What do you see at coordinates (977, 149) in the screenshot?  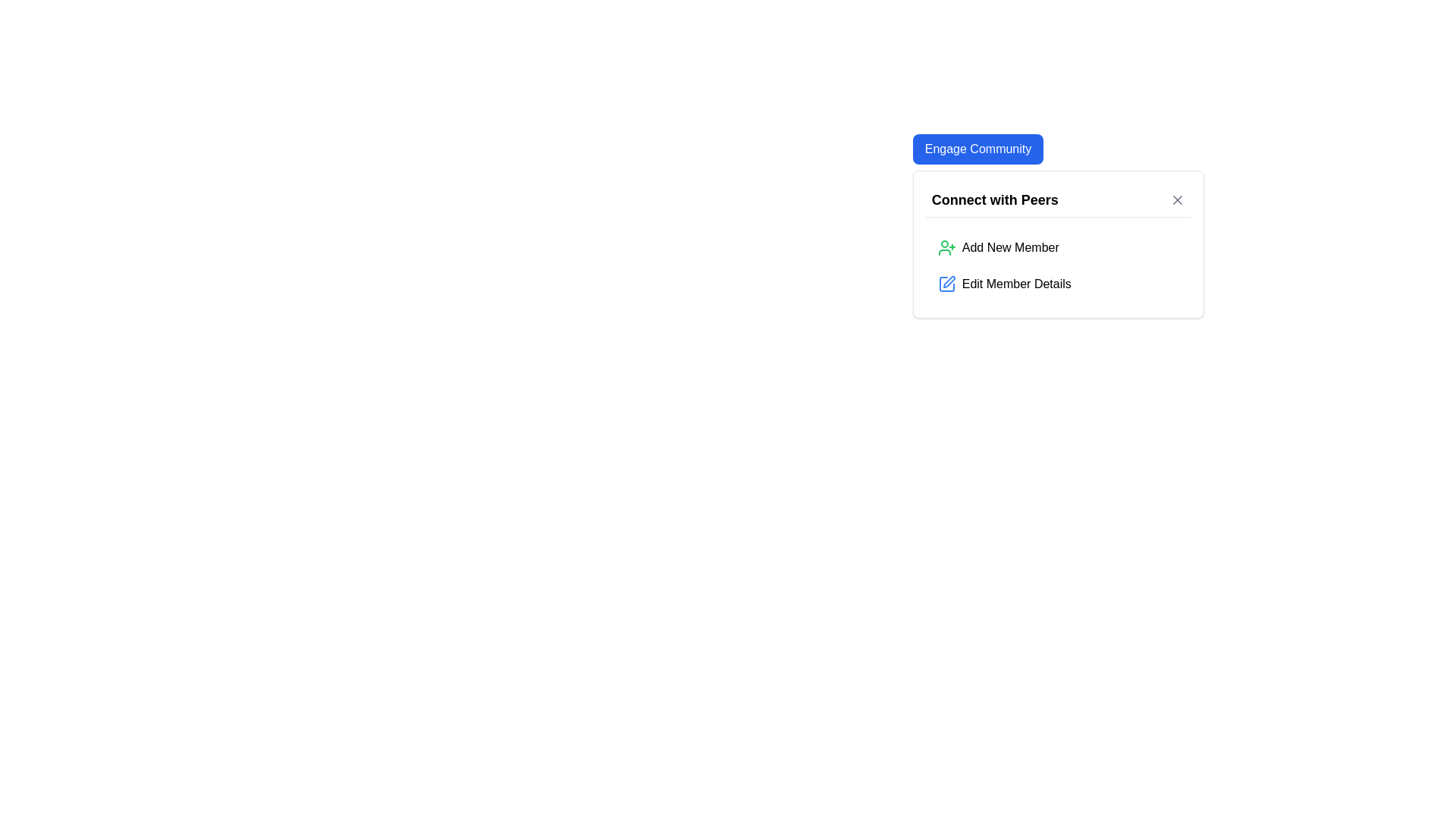 I see `the 'Engage Community' button, which is a rectangular button with white text on a blue background, located at the top-left part of a pop-up UI section` at bounding box center [977, 149].